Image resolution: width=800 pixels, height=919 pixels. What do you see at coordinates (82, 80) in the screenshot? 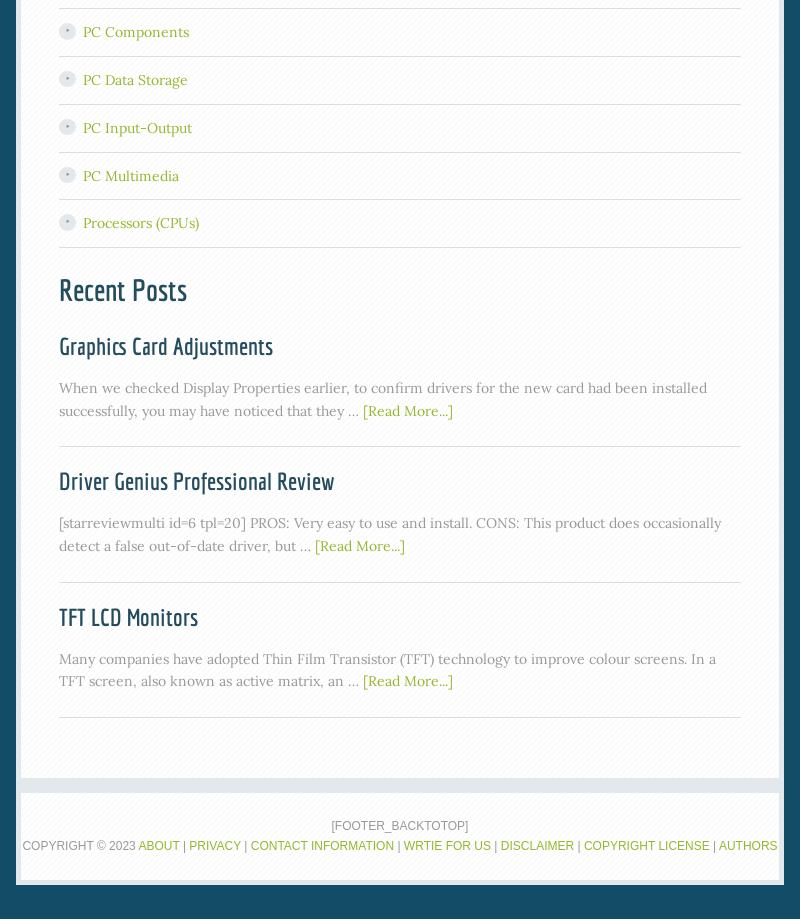
I see `'PC Data Storage'` at bounding box center [82, 80].